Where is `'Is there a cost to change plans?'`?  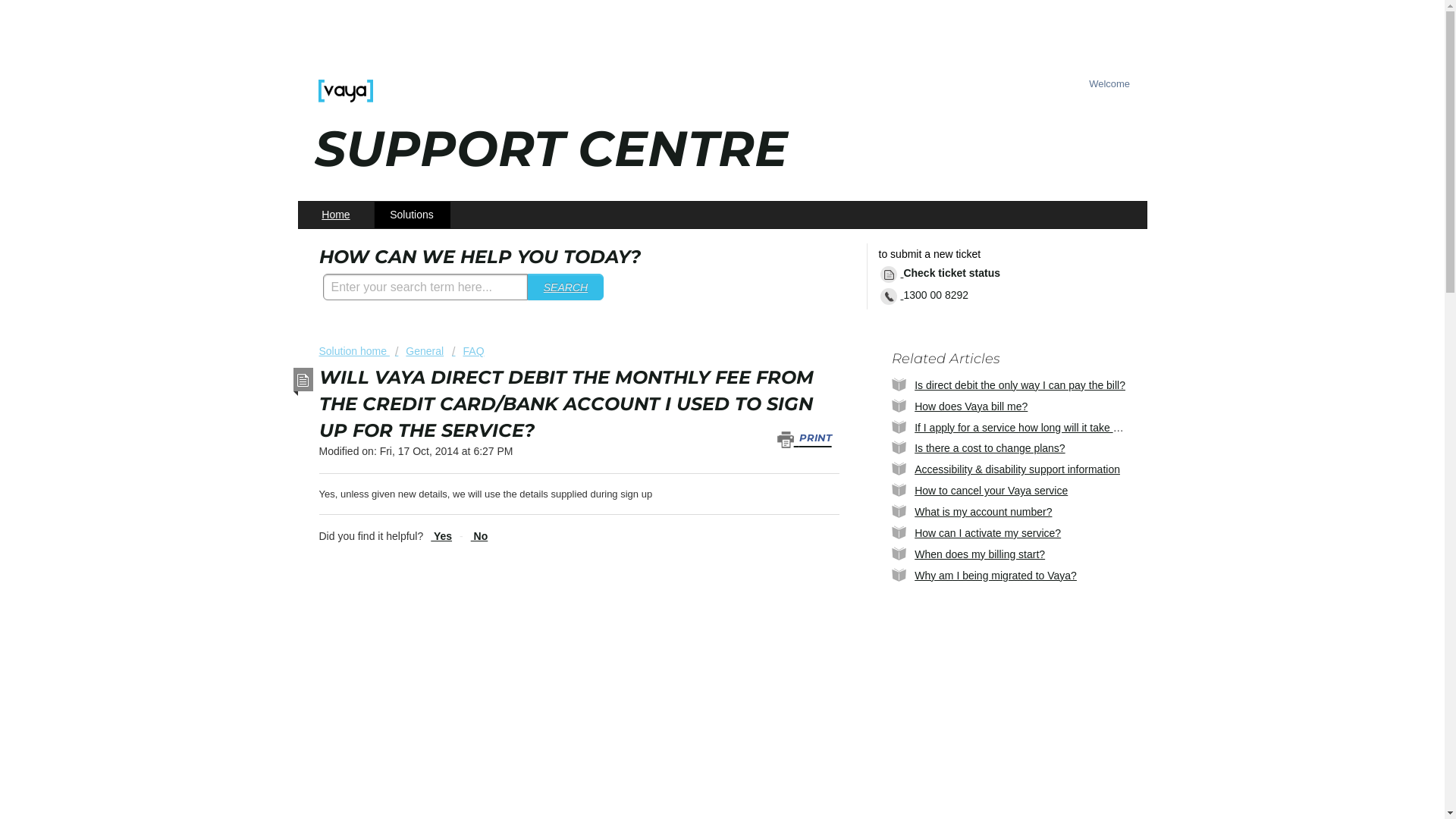 'Is there a cost to change plans?' is located at coordinates (990, 447).